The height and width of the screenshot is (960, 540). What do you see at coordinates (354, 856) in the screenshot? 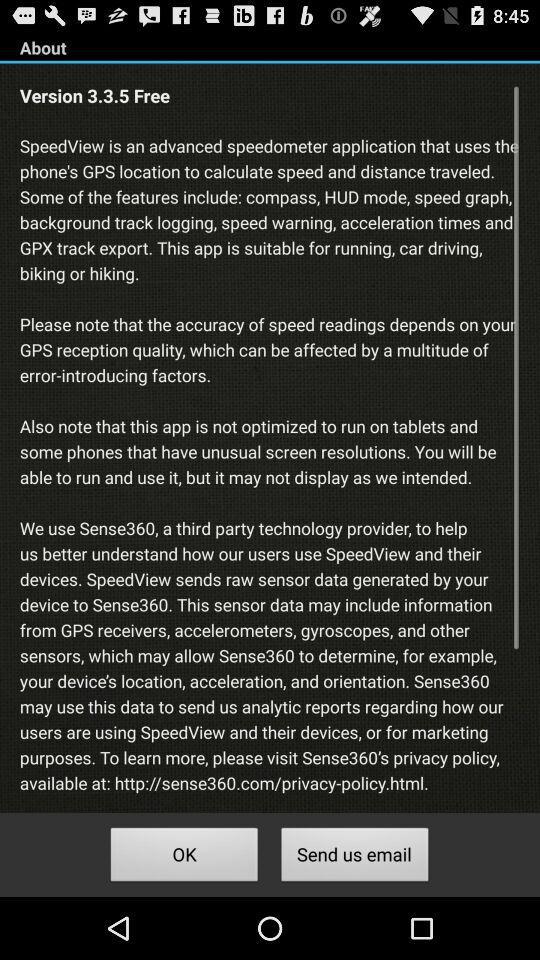
I see `the send us email button` at bounding box center [354, 856].